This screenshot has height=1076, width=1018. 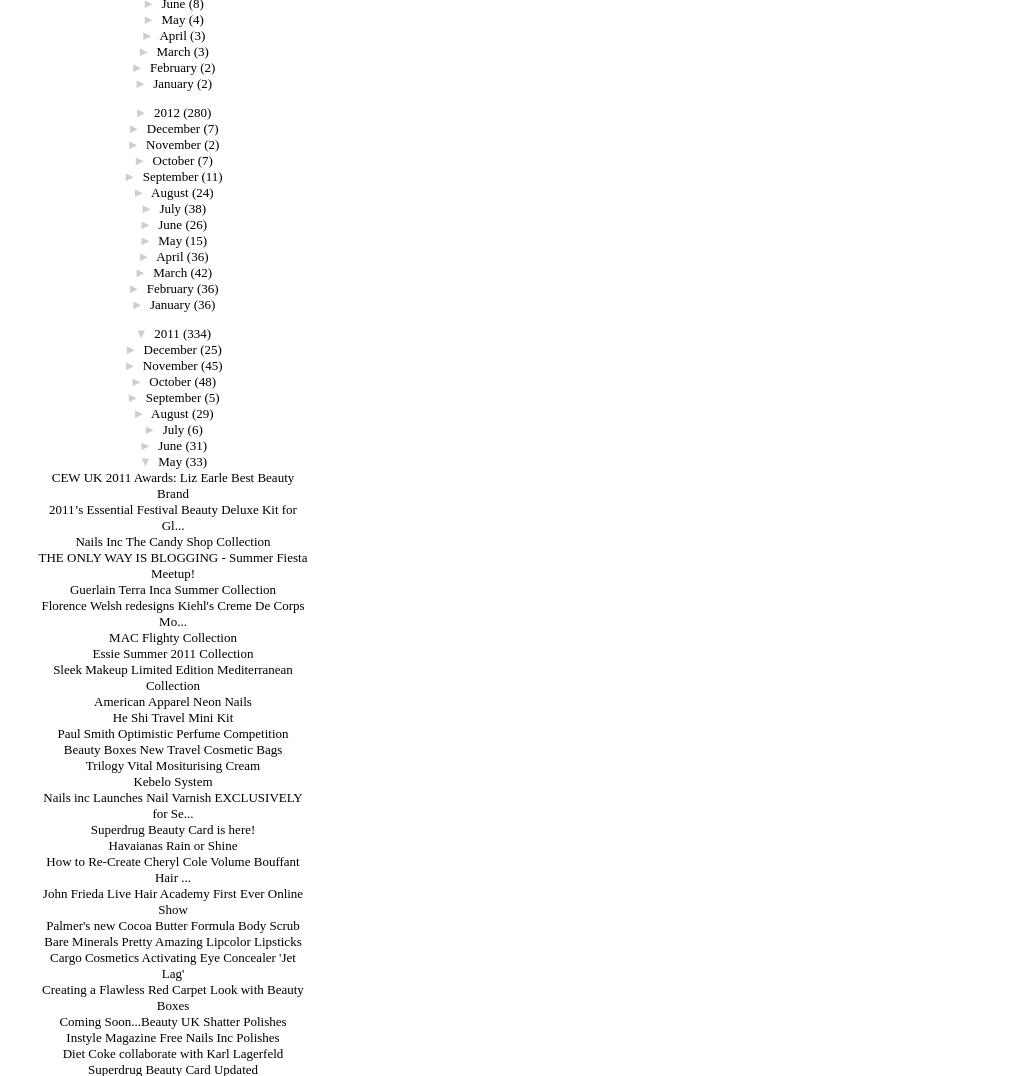 What do you see at coordinates (172, 924) in the screenshot?
I see `'Palmer's new Cocoa Butter Formula Body Scrub'` at bounding box center [172, 924].